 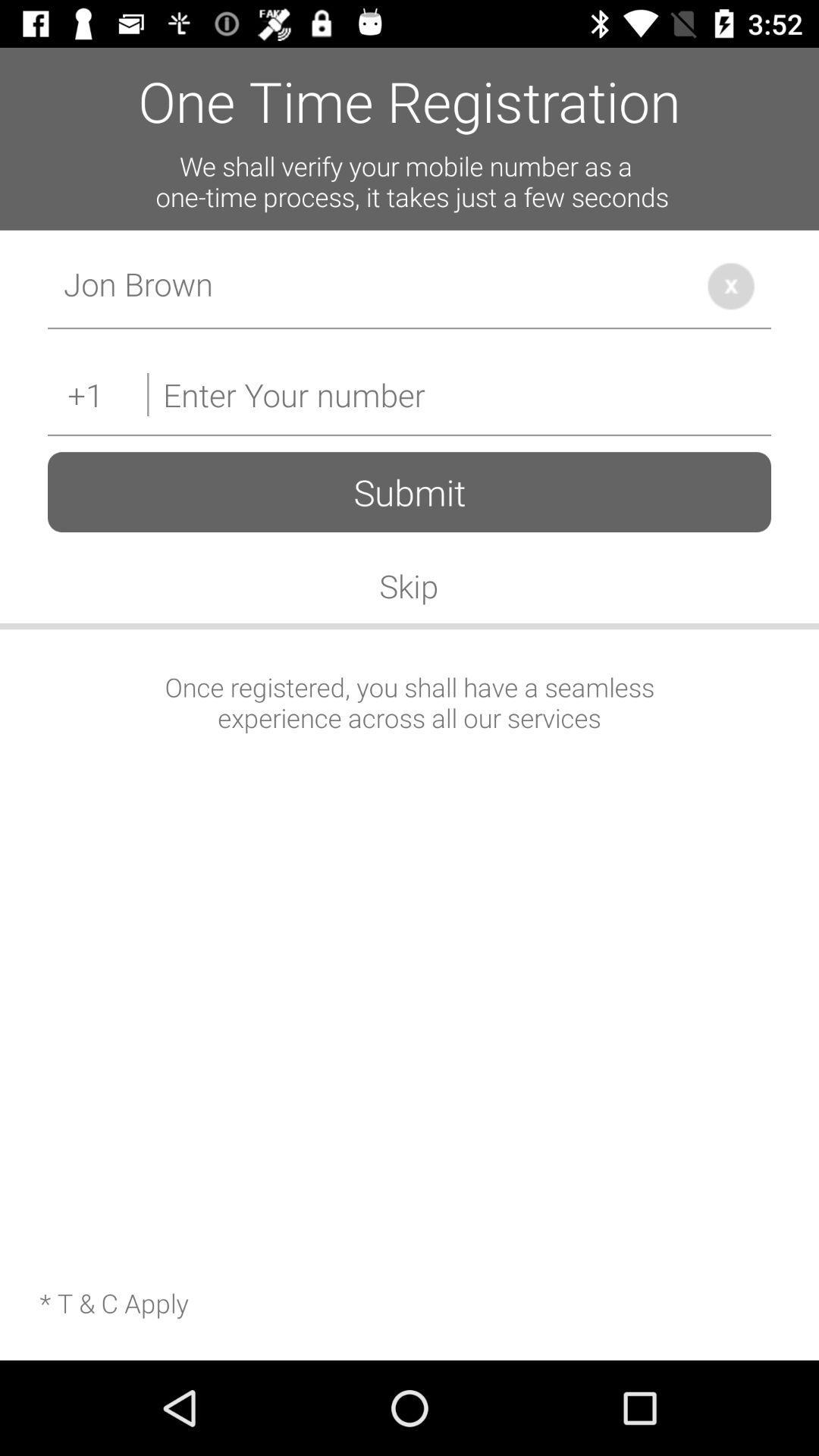 What do you see at coordinates (730, 286) in the screenshot?
I see `the close icon` at bounding box center [730, 286].